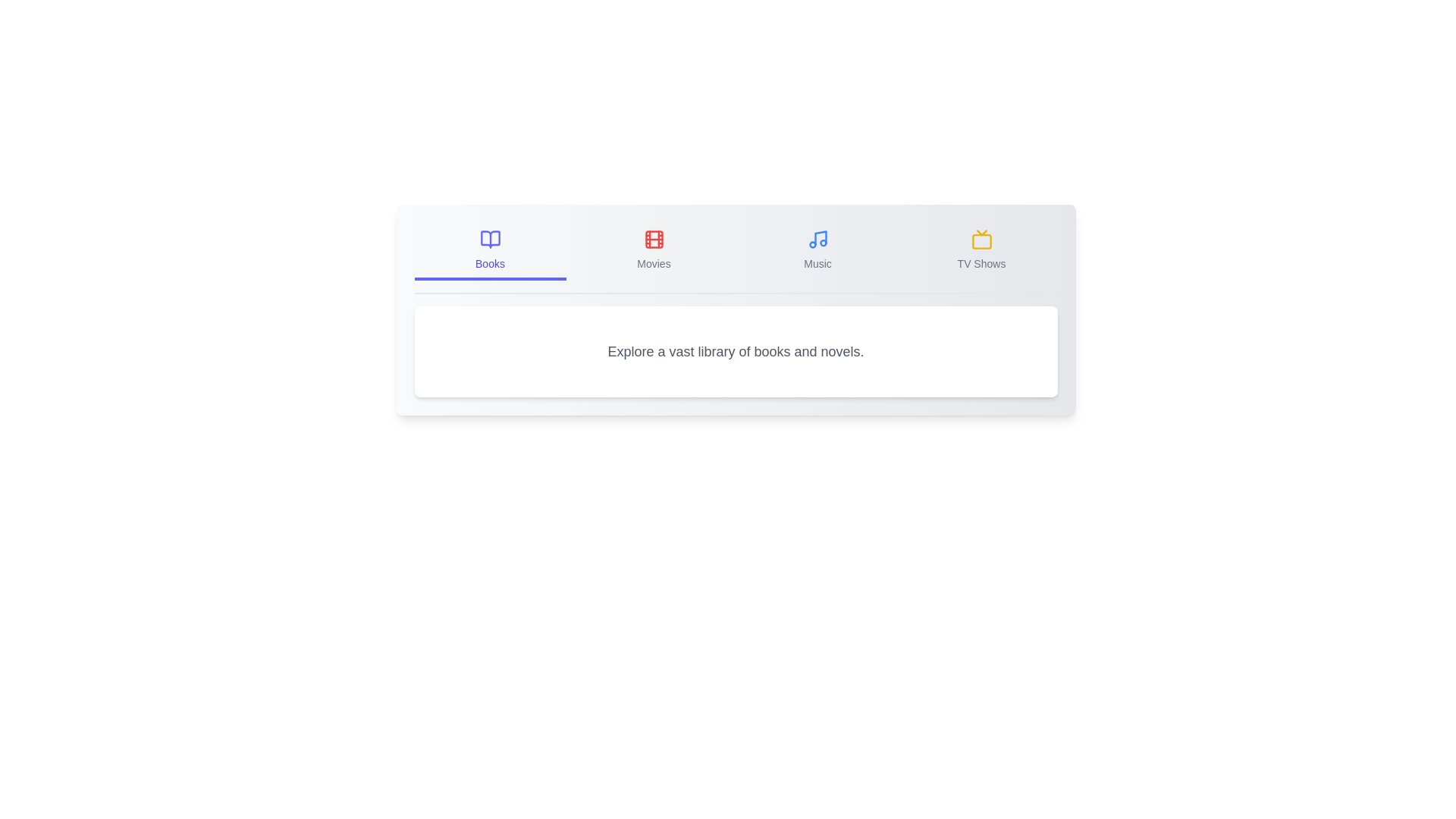  Describe the element at coordinates (817, 250) in the screenshot. I see `the tab corresponding to Music to view its content` at that location.